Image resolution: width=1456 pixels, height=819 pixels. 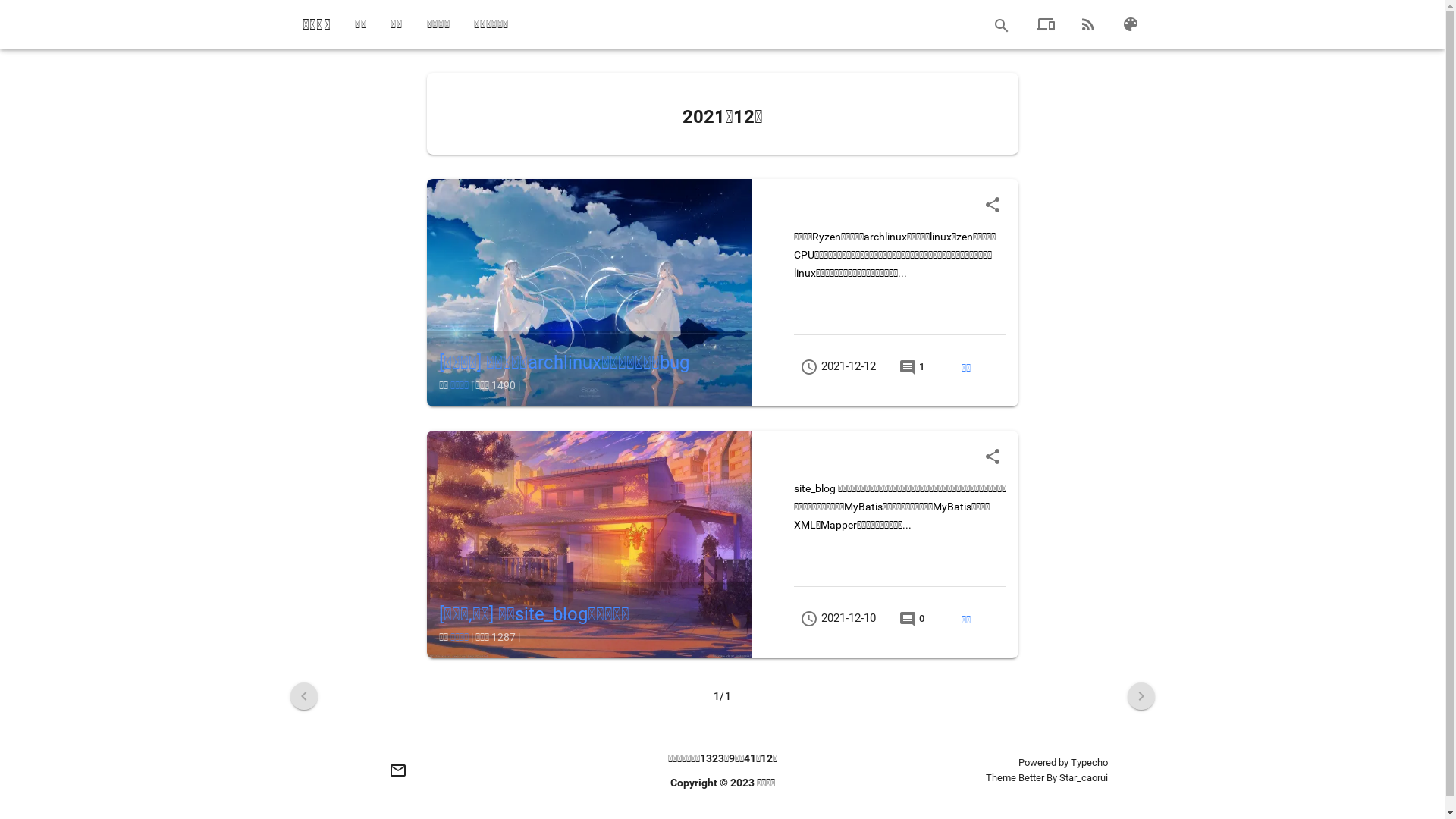 What do you see at coordinates (1140, 696) in the screenshot?
I see `'navigate_next'` at bounding box center [1140, 696].